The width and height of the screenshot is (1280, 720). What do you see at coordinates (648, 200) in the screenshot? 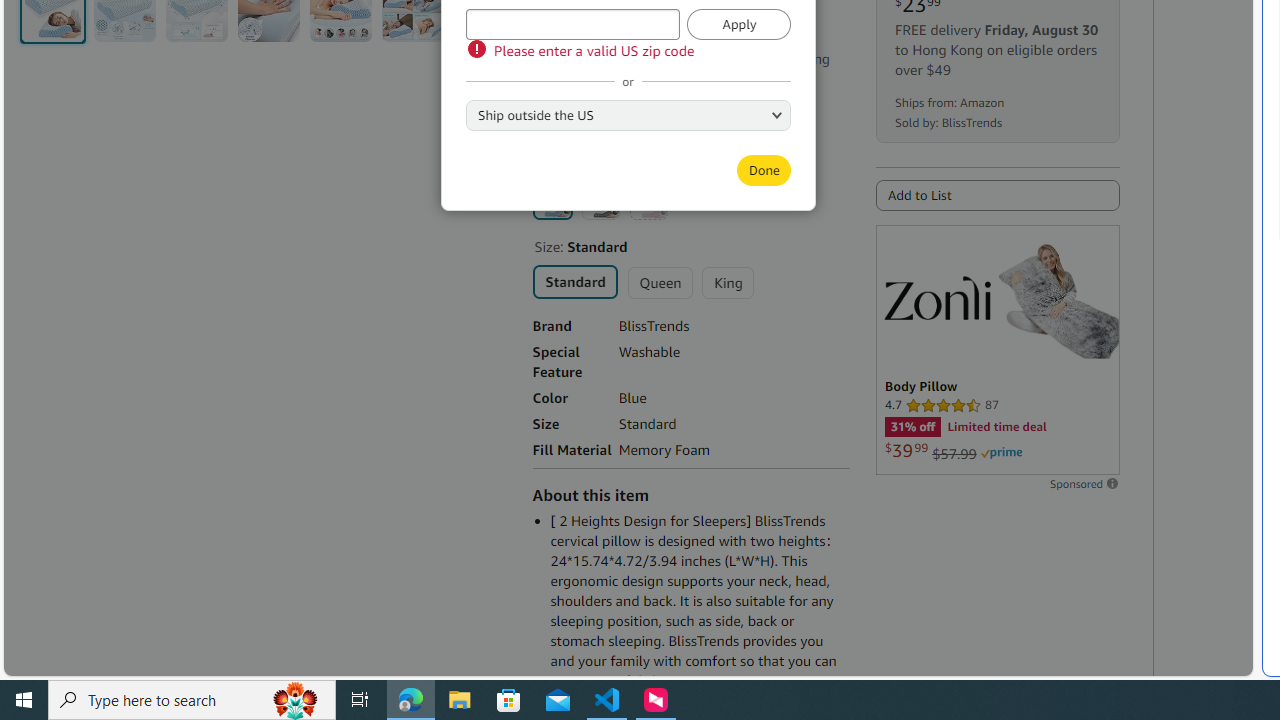
I see `'Pink'` at bounding box center [648, 200].